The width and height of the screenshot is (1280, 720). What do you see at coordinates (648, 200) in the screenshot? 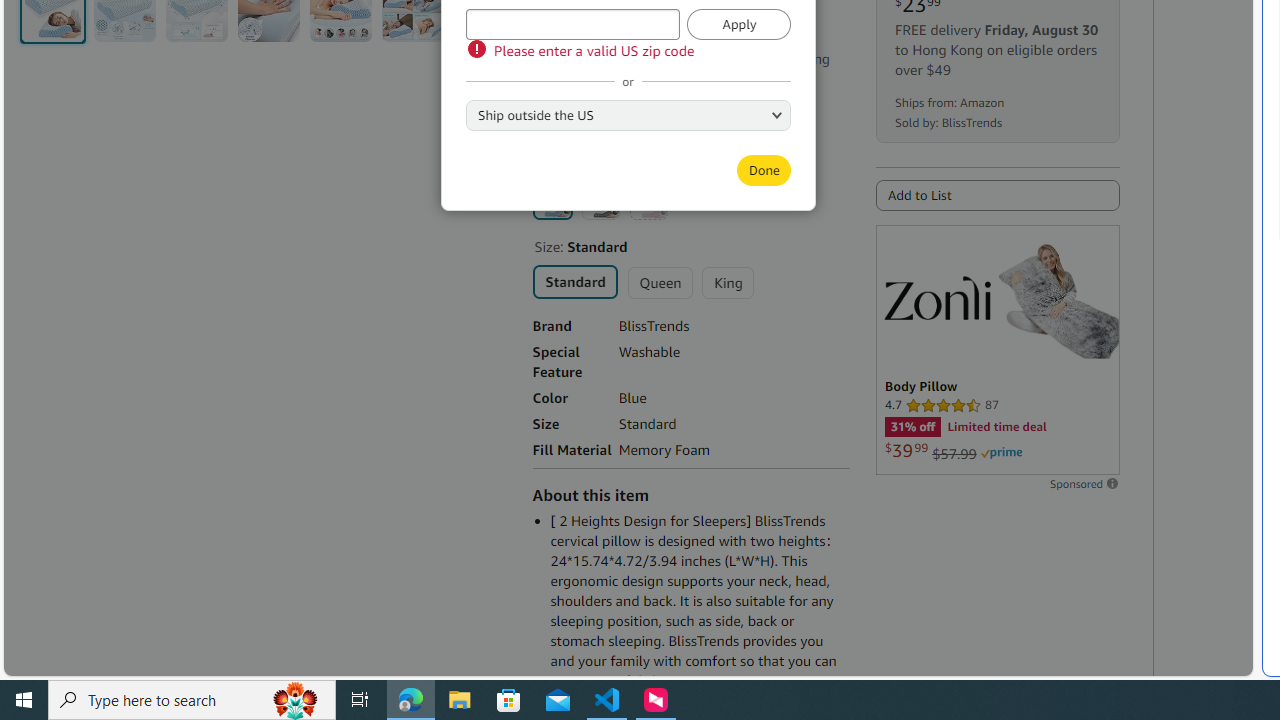
I see `'Pink'` at bounding box center [648, 200].